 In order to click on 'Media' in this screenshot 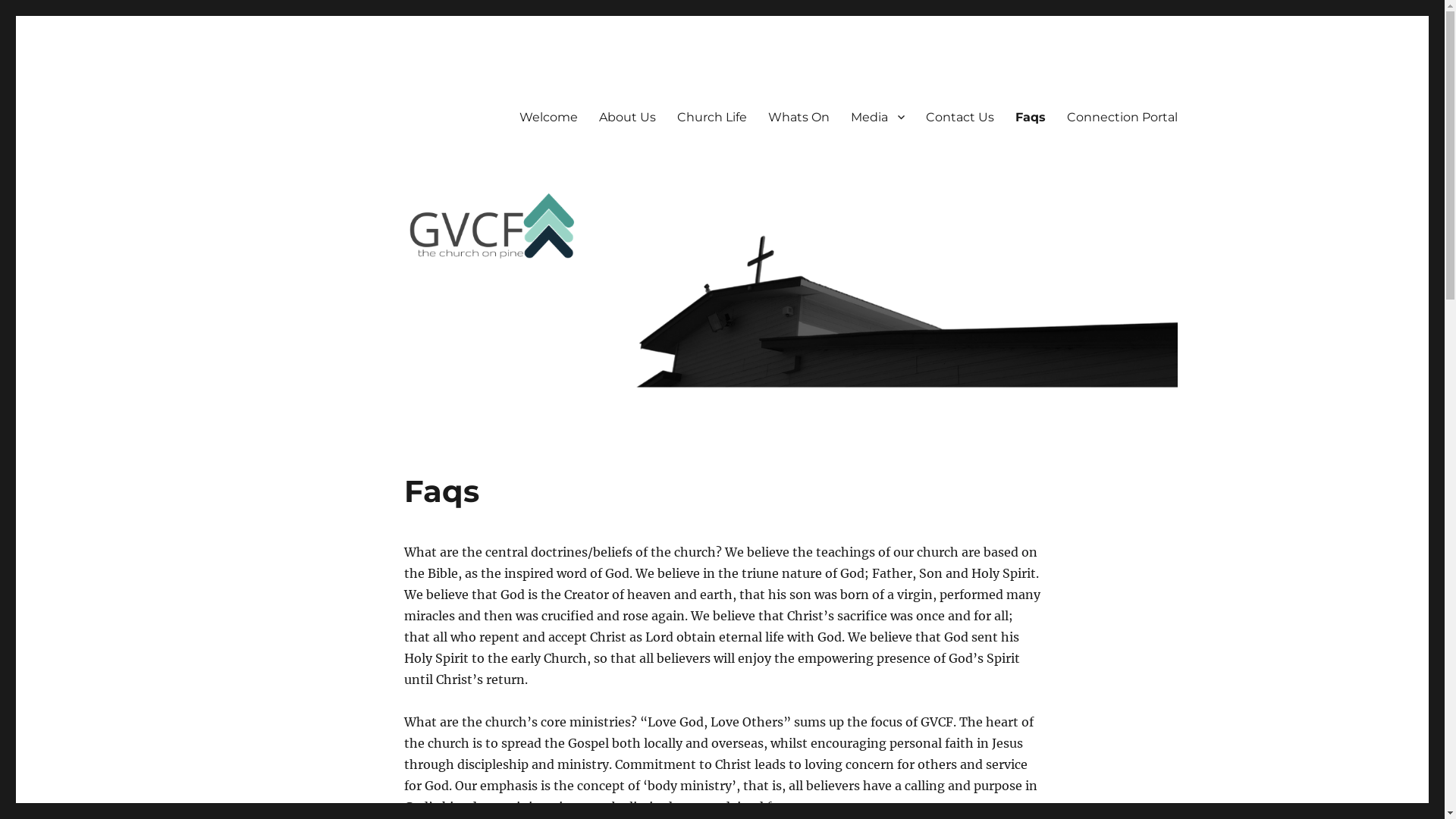, I will do `click(877, 116)`.